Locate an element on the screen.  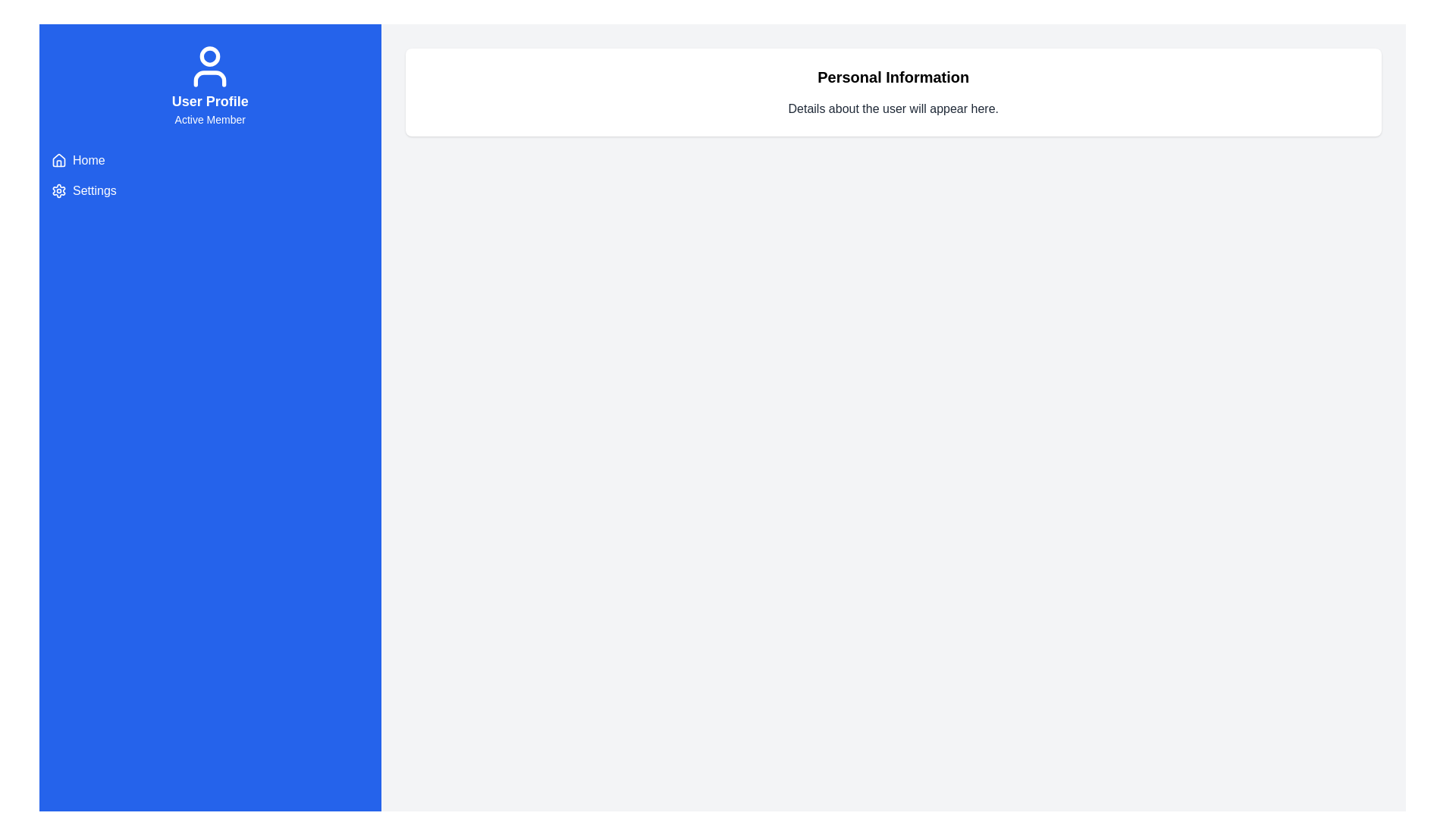
the small filled circular element located at the upper part of the user profile icon, which is centered horizontally and positioned just below the top boundary of the icon is located at coordinates (209, 55).